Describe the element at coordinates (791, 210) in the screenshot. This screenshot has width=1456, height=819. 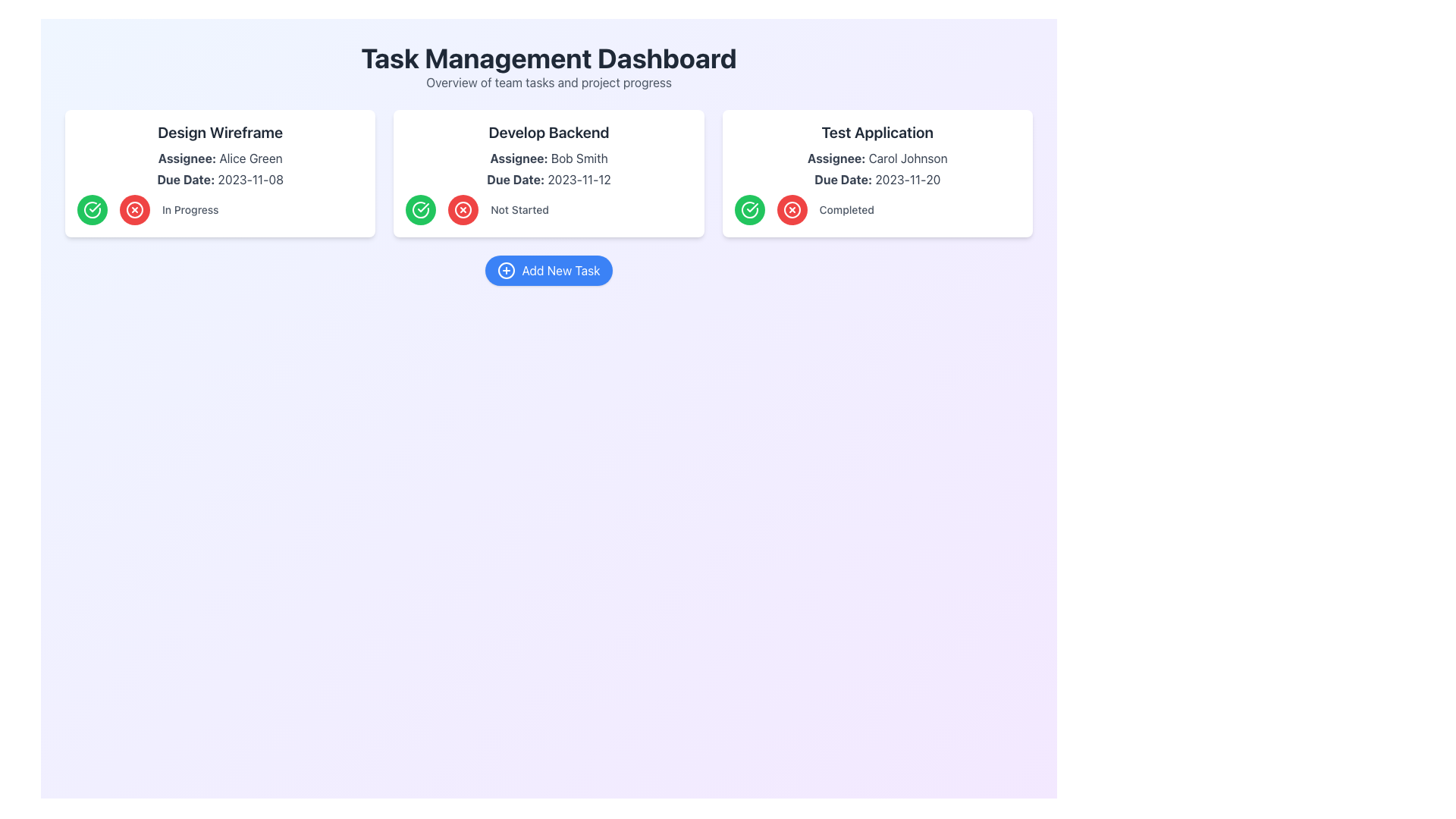
I see `the button located on the right side of the green button within the 'Test Application' card to reject or close the associated task` at that location.